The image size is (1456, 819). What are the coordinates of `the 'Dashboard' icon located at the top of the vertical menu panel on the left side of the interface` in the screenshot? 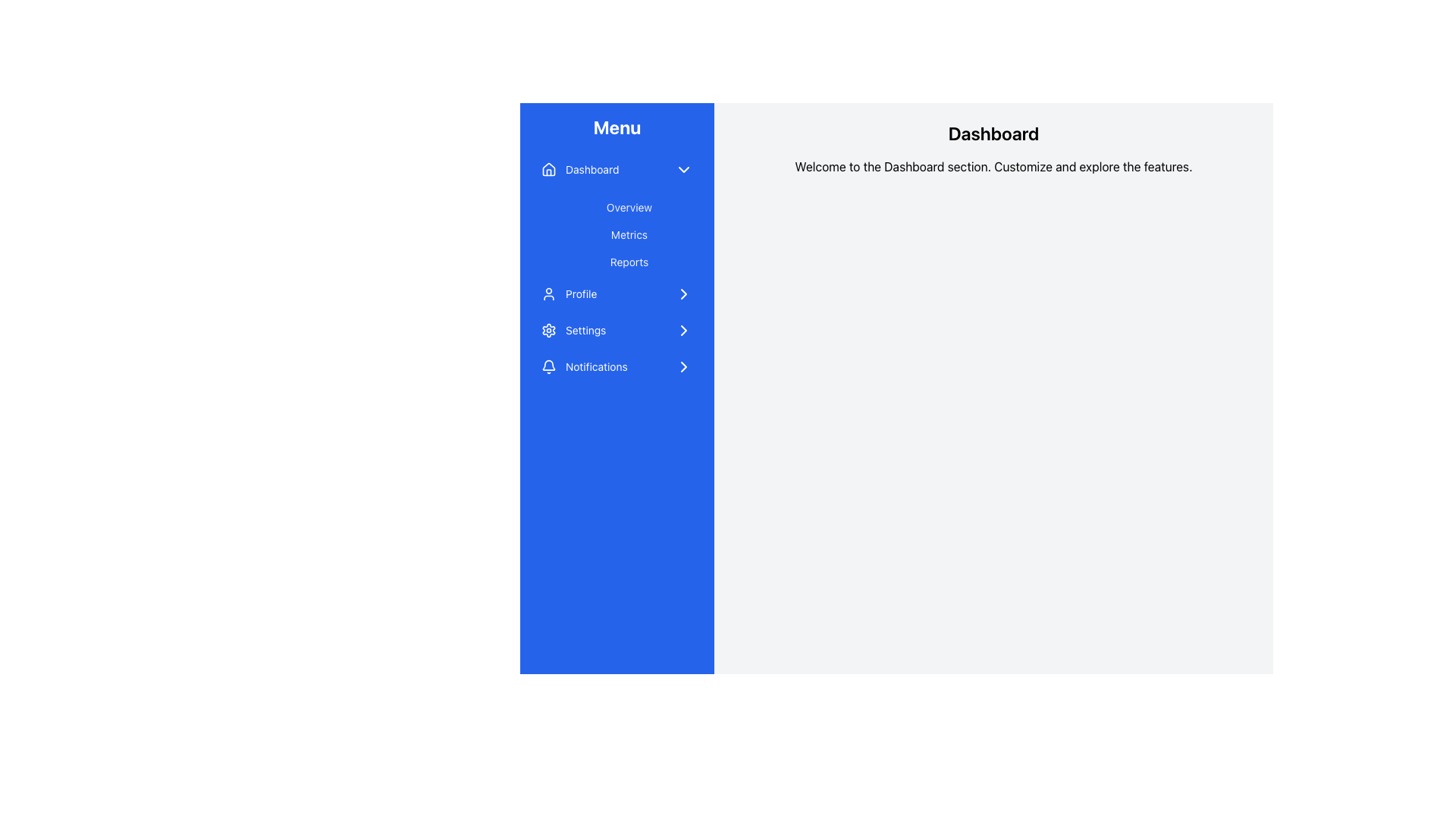 It's located at (548, 169).